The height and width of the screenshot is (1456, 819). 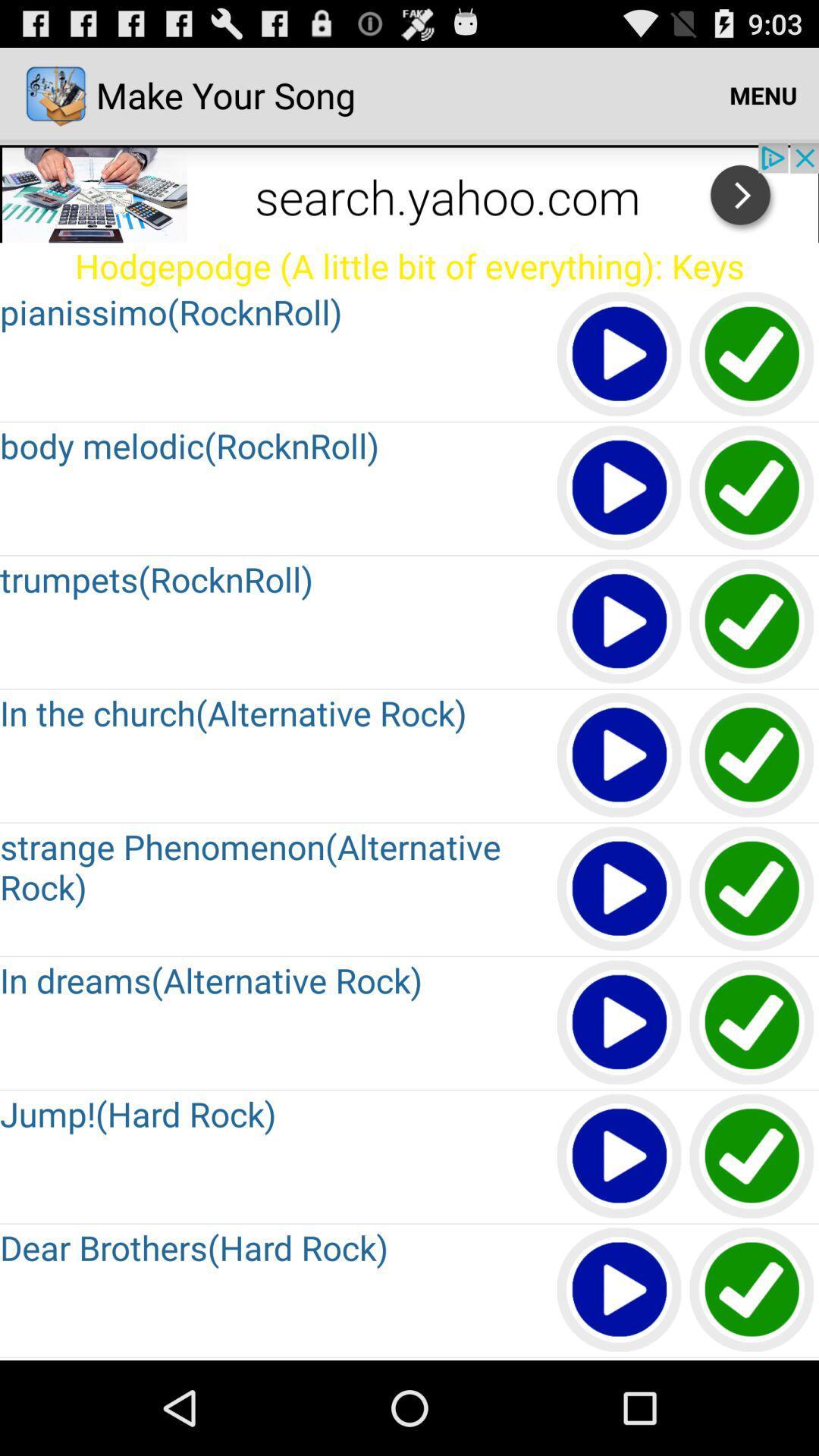 I want to click on play, so click(x=620, y=1290).